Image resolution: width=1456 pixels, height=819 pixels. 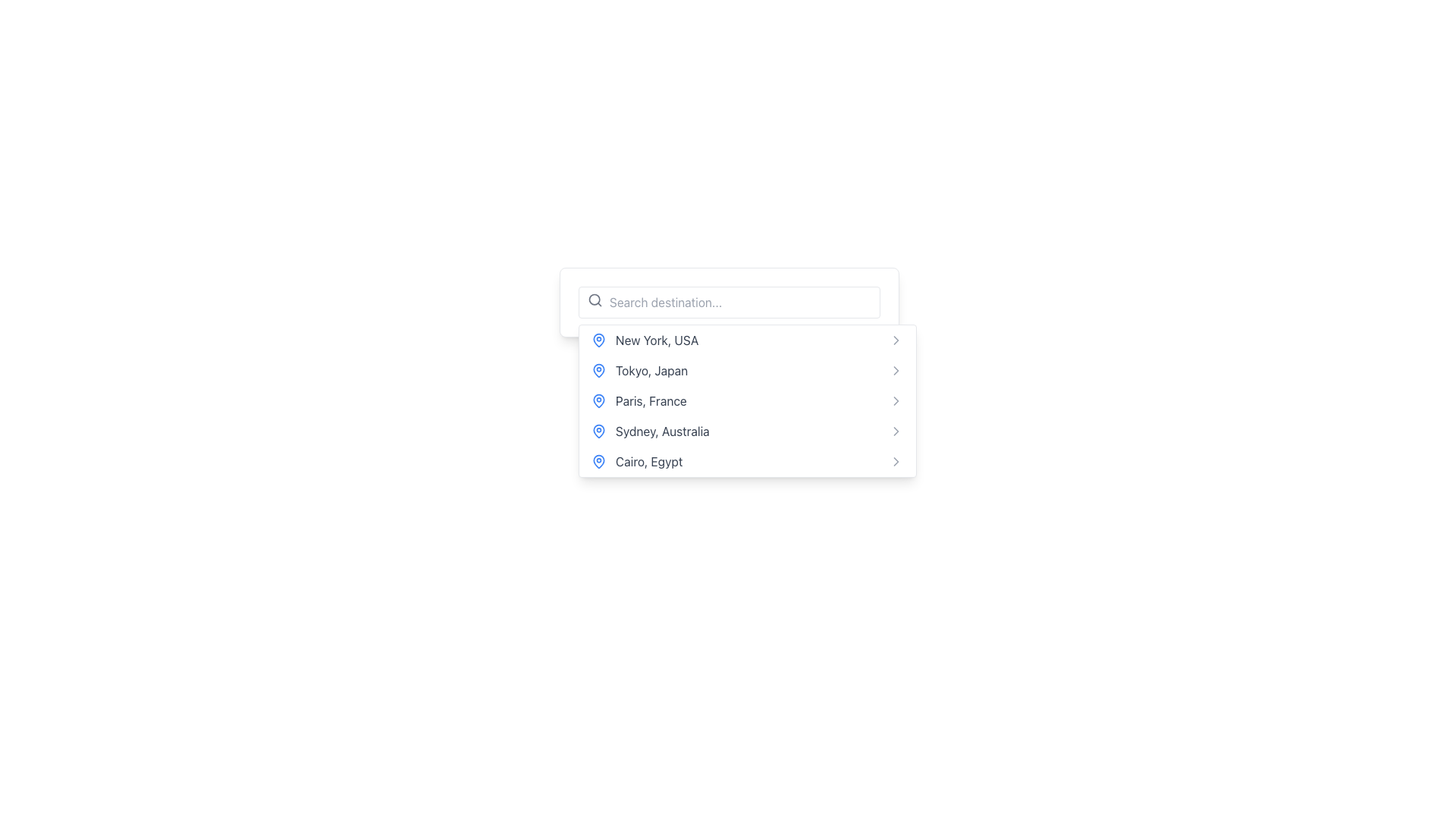 I want to click on the list item labeled 'Paris, France', so click(x=747, y=400).